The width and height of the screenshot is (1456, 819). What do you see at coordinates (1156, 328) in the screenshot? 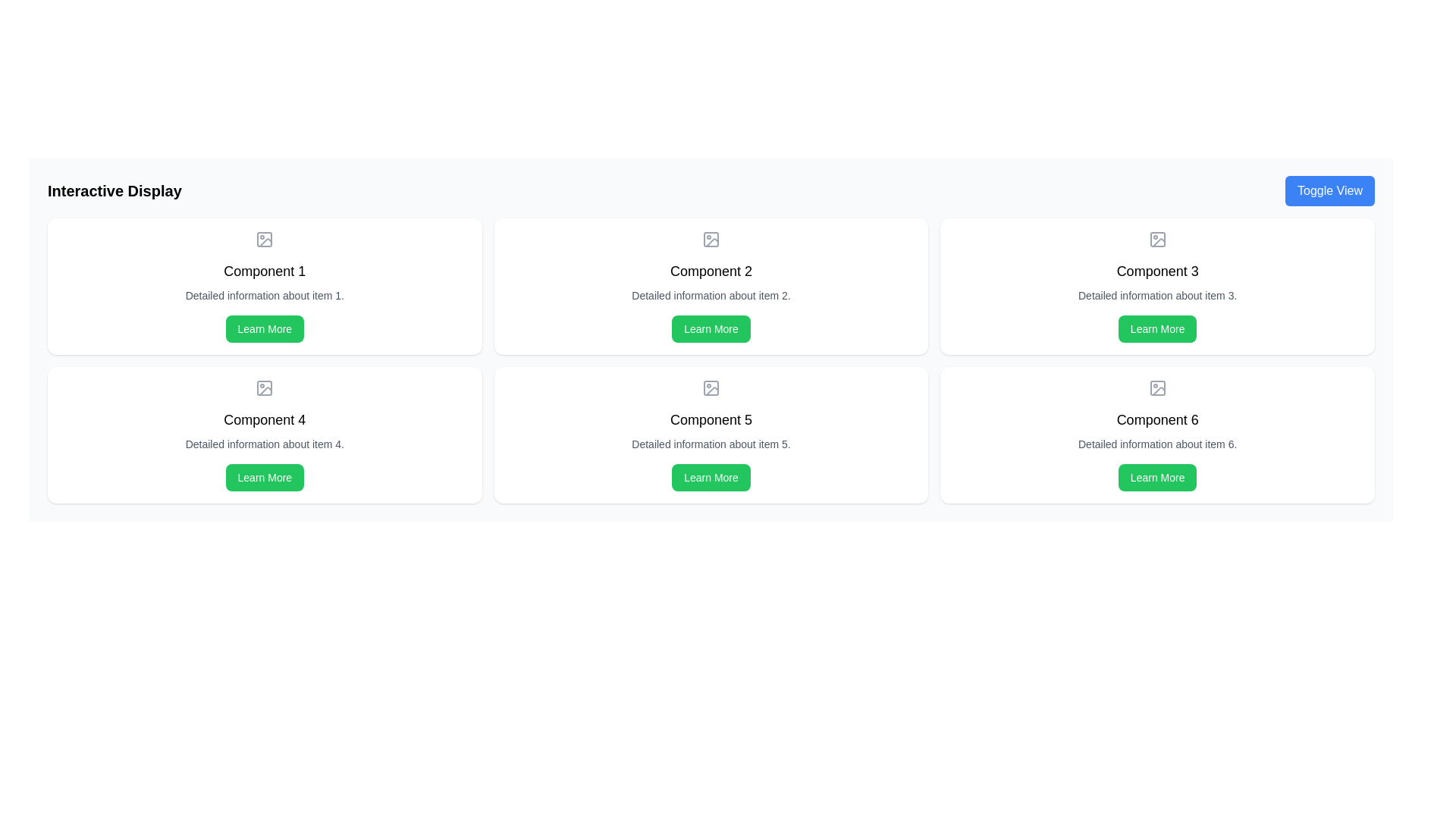
I see `the green 'Learn More' button with white text` at bounding box center [1156, 328].